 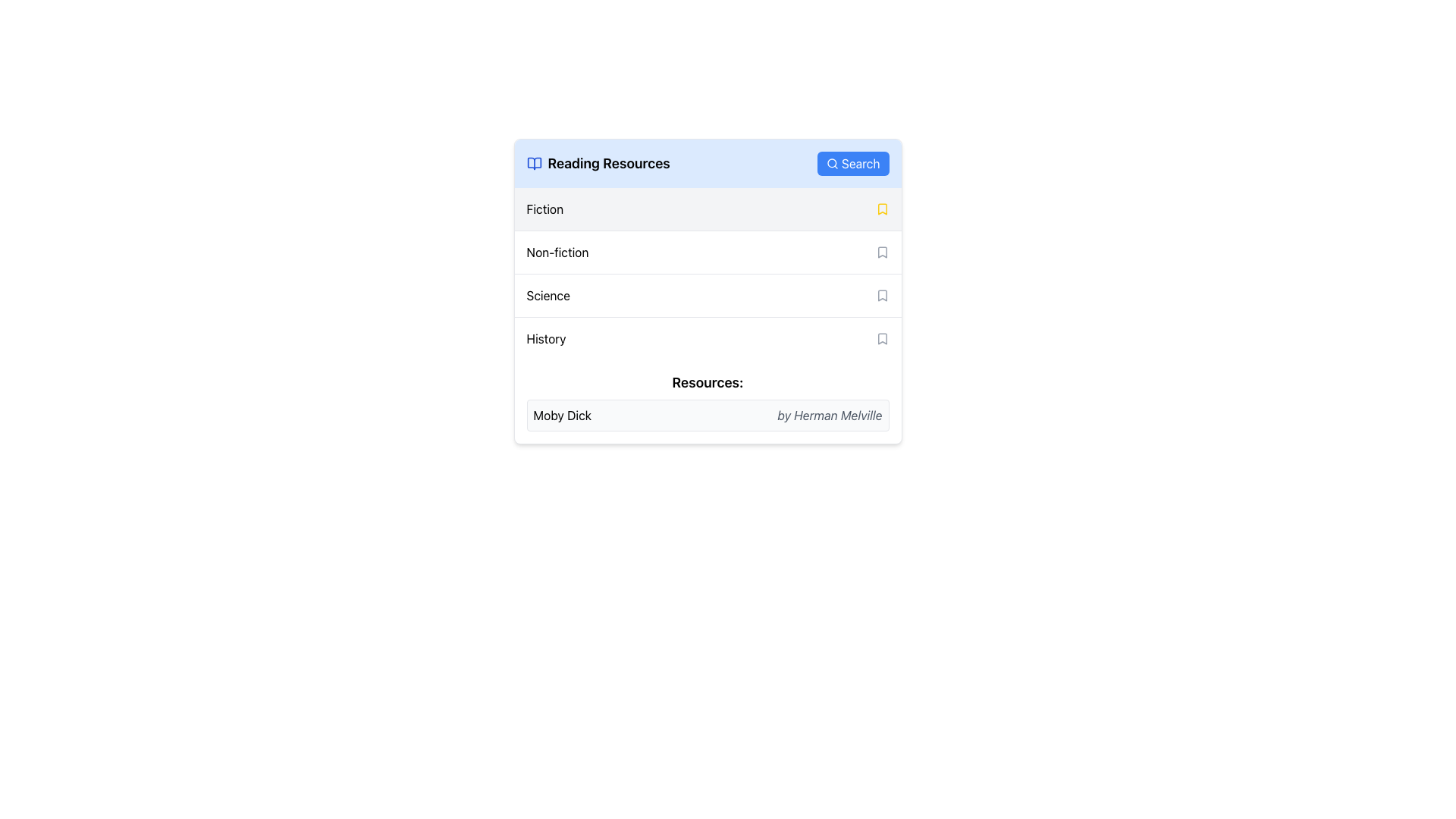 What do you see at coordinates (882, 251) in the screenshot?
I see `the bookmark icon button for the 'Non-fiction' category located in the second row of the 'Reading Resources' panel, which is the second icon from the top aligned to the right` at bounding box center [882, 251].